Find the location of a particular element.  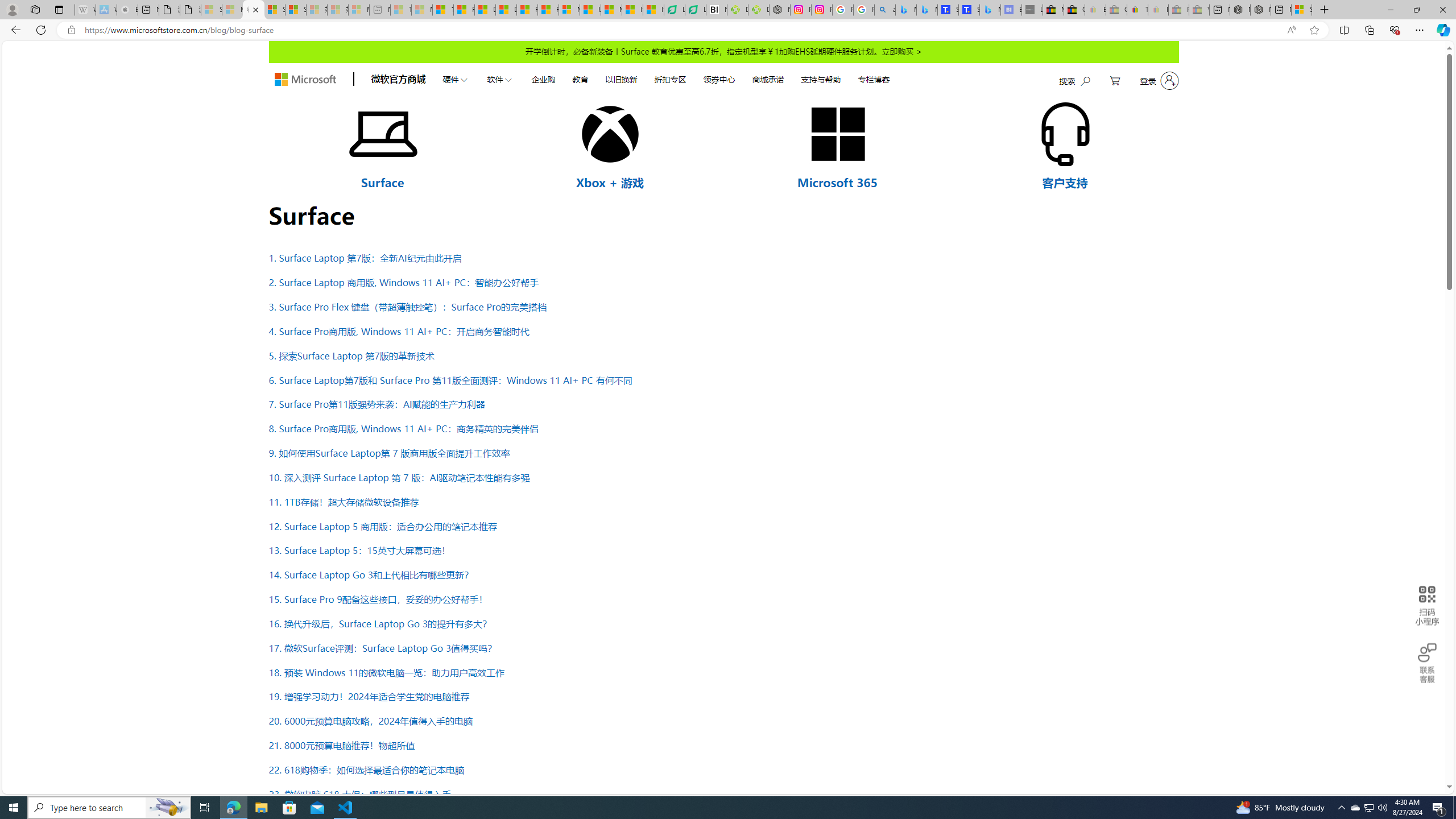

'Wikipedia - Sleeping' is located at coordinates (84, 9).